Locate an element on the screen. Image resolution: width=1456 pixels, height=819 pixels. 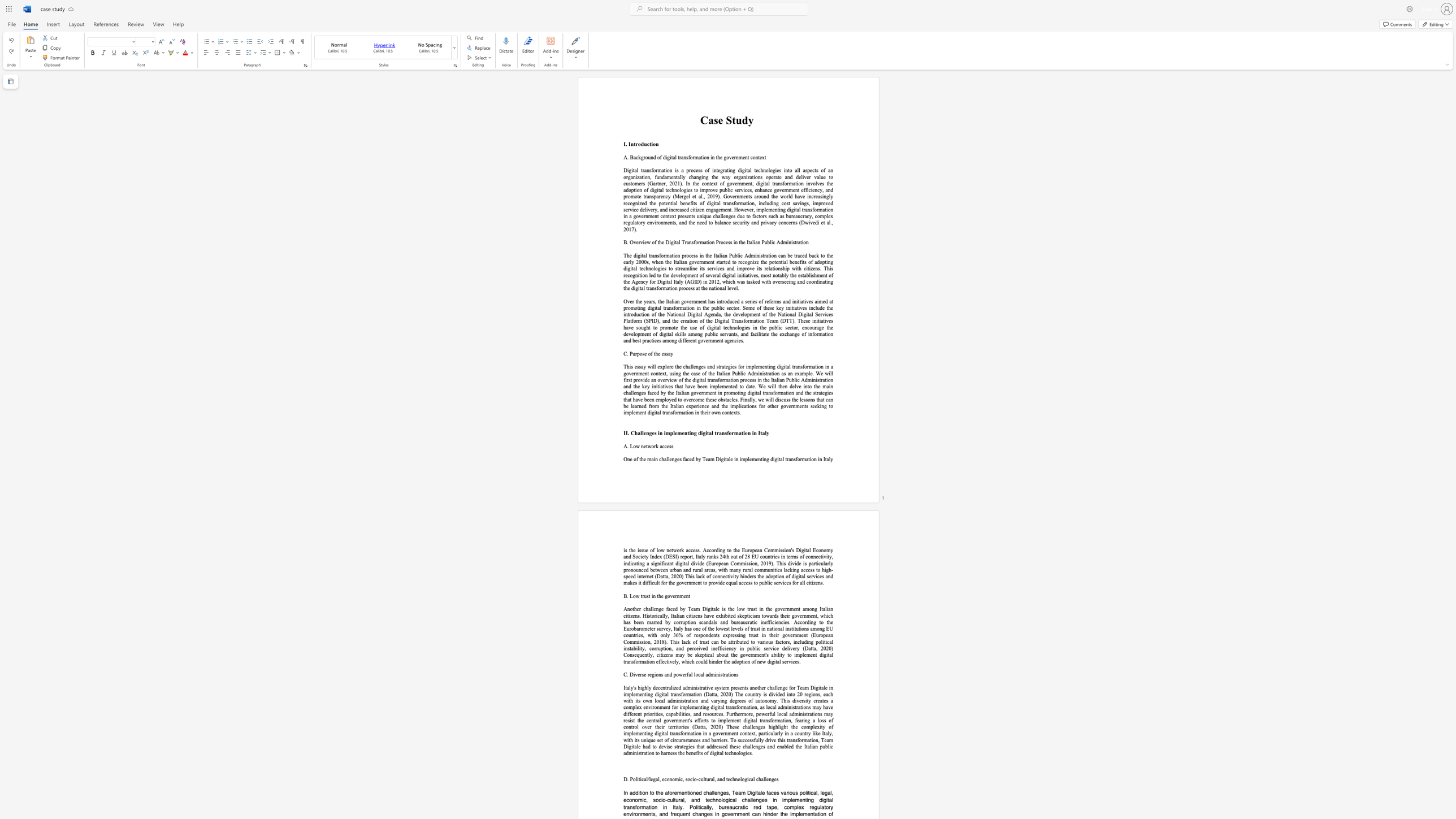
the subset text "gulatory envir" within the text "sformation, including cost savings, improved service delivery, and increased citizen engagement. However, implementing digital transformation in a government context presents unique challenges due to factors such as bureaucracy, complex regulatory environments, and the need to balance security and privacy concerns (Dwivedi et al., 2017)." is located at coordinates (627, 223).